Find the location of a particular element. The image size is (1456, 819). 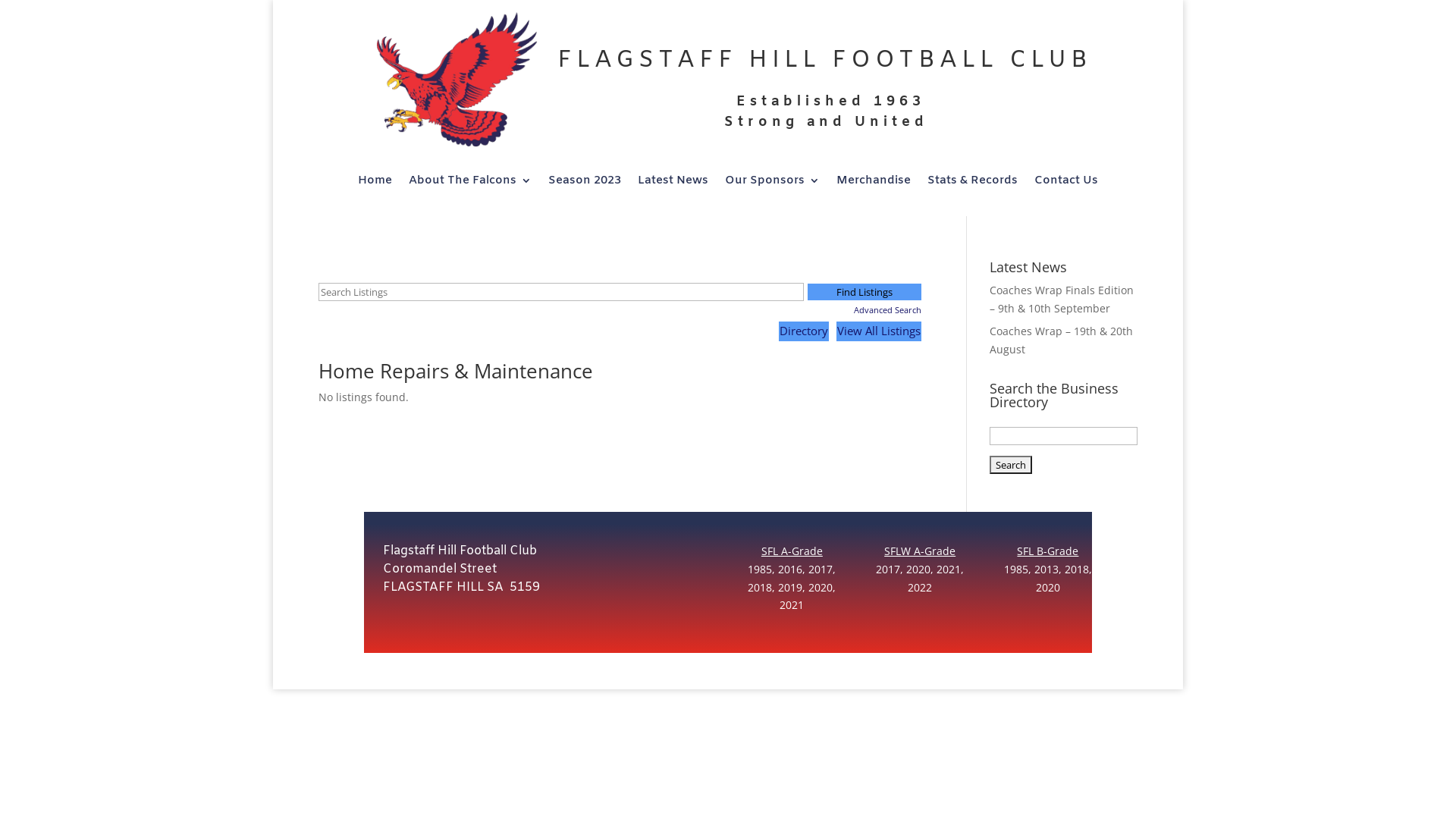

'Our Sponsors' is located at coordinates (772, 183).